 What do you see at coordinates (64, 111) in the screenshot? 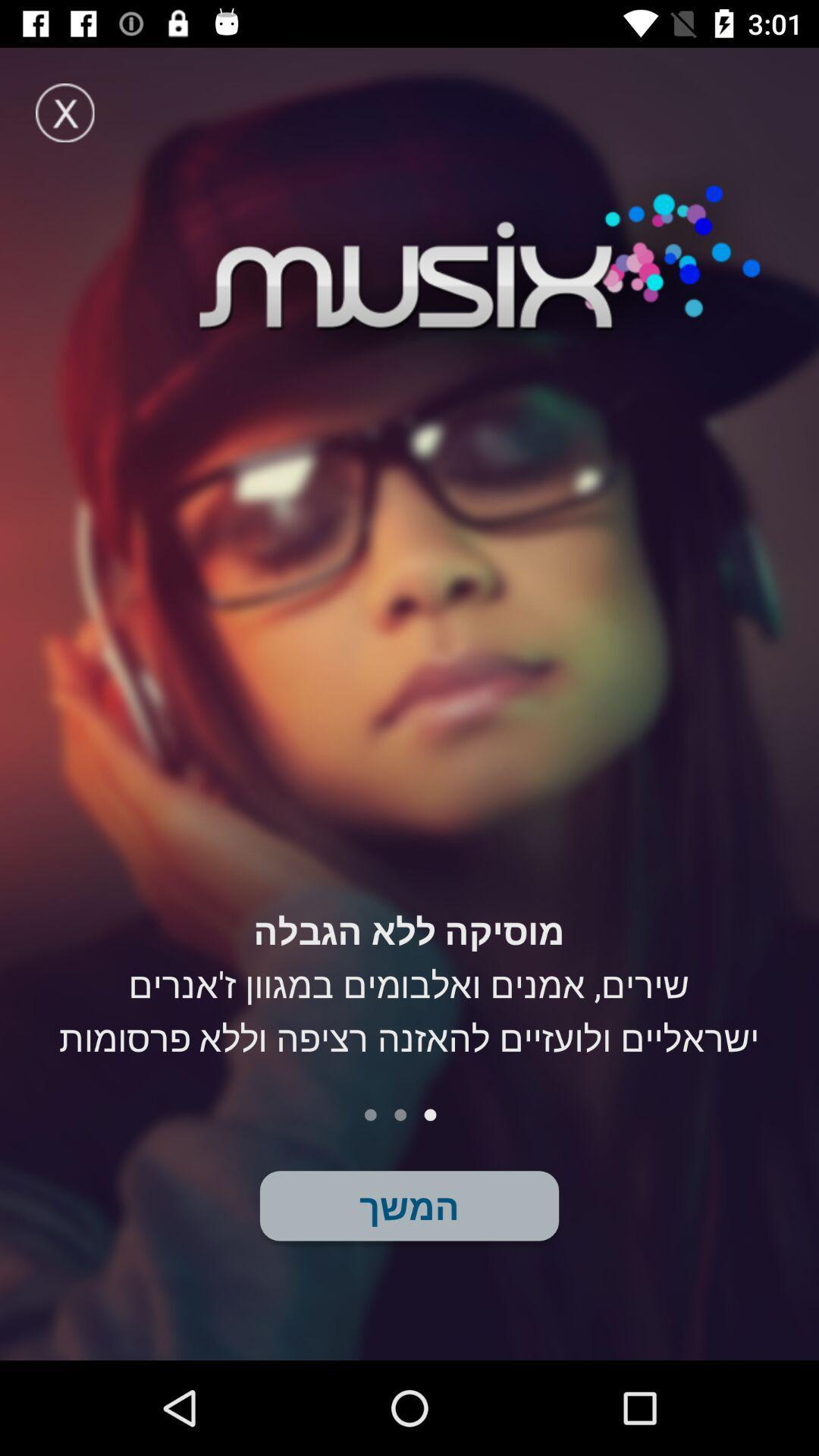
I see `the icon at the top left corner` at bounding box center [64, 111].